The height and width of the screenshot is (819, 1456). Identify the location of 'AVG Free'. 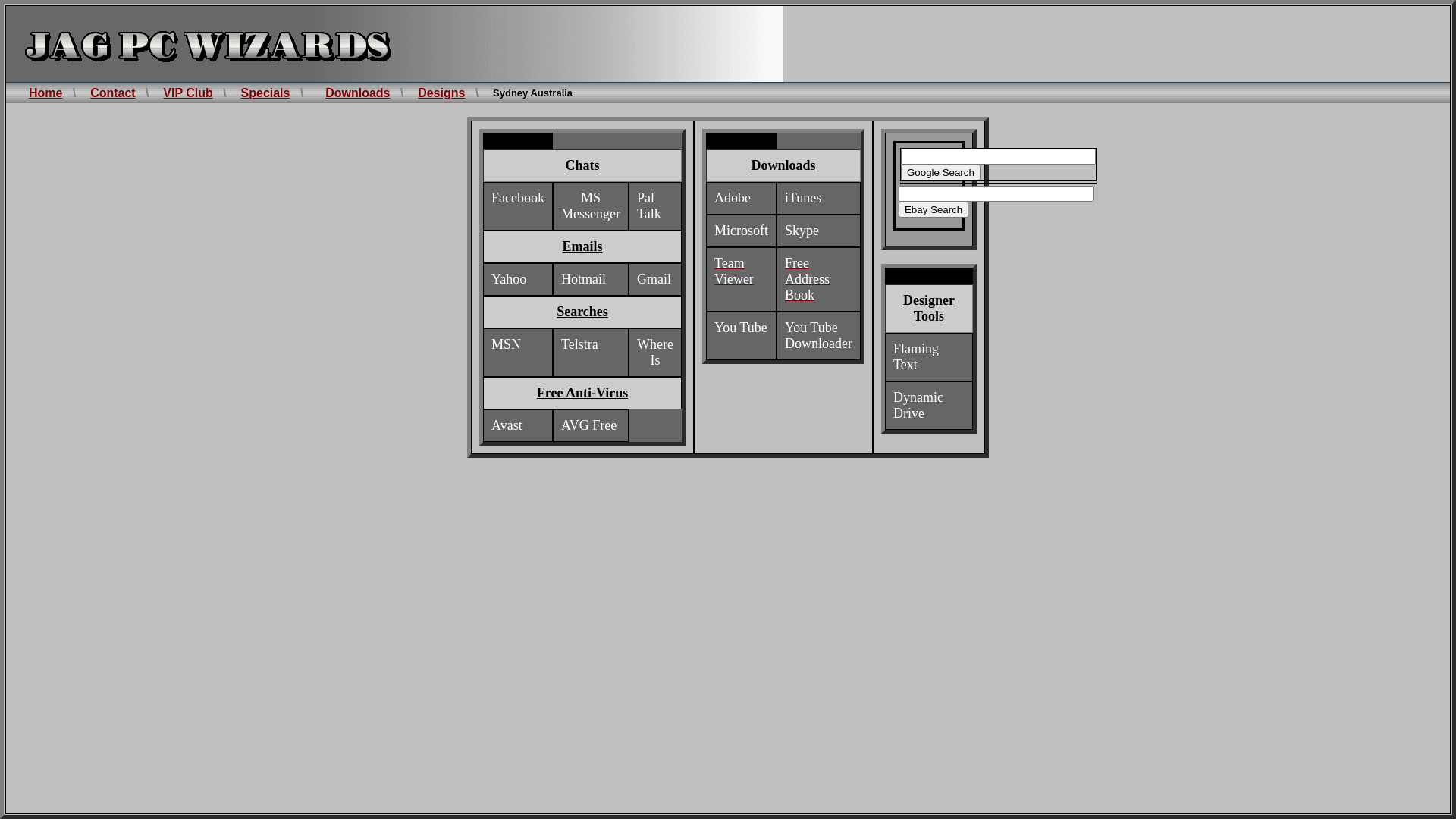
(560, 425).